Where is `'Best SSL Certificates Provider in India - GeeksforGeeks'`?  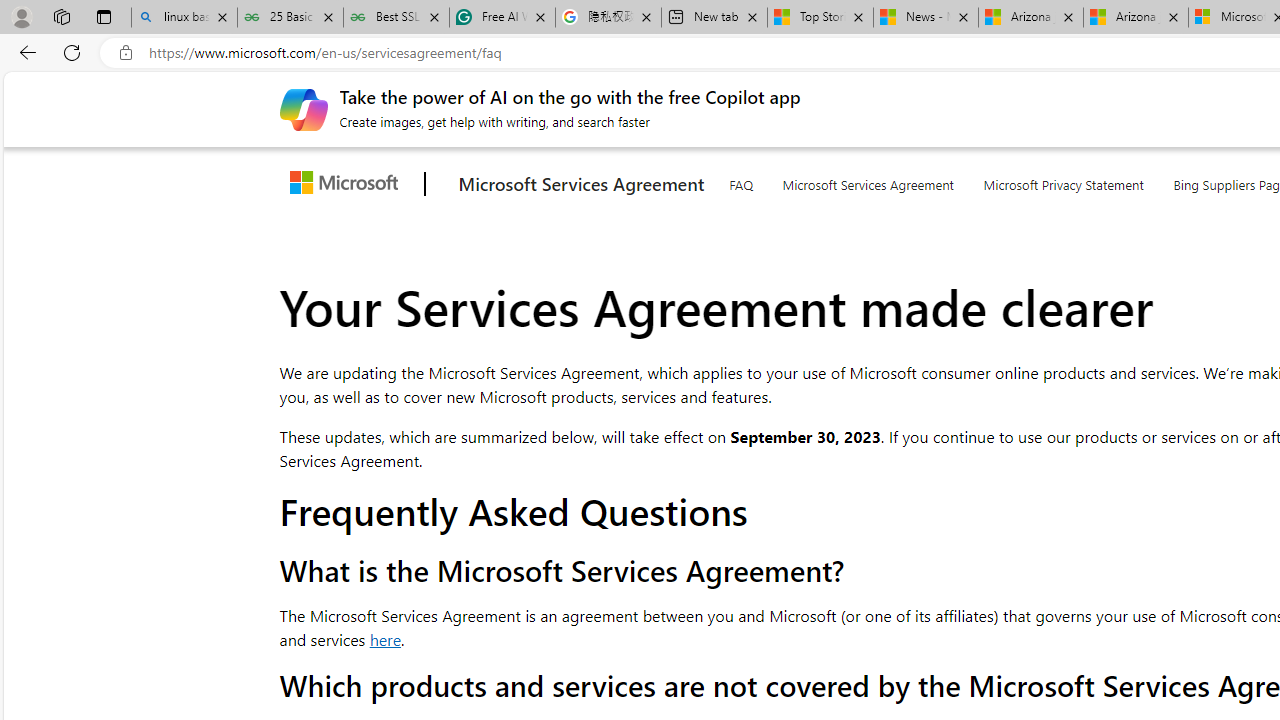 'Best SSL Certificates Provider in India - GeeksforGeeks' is located at coordinates (396, 17).